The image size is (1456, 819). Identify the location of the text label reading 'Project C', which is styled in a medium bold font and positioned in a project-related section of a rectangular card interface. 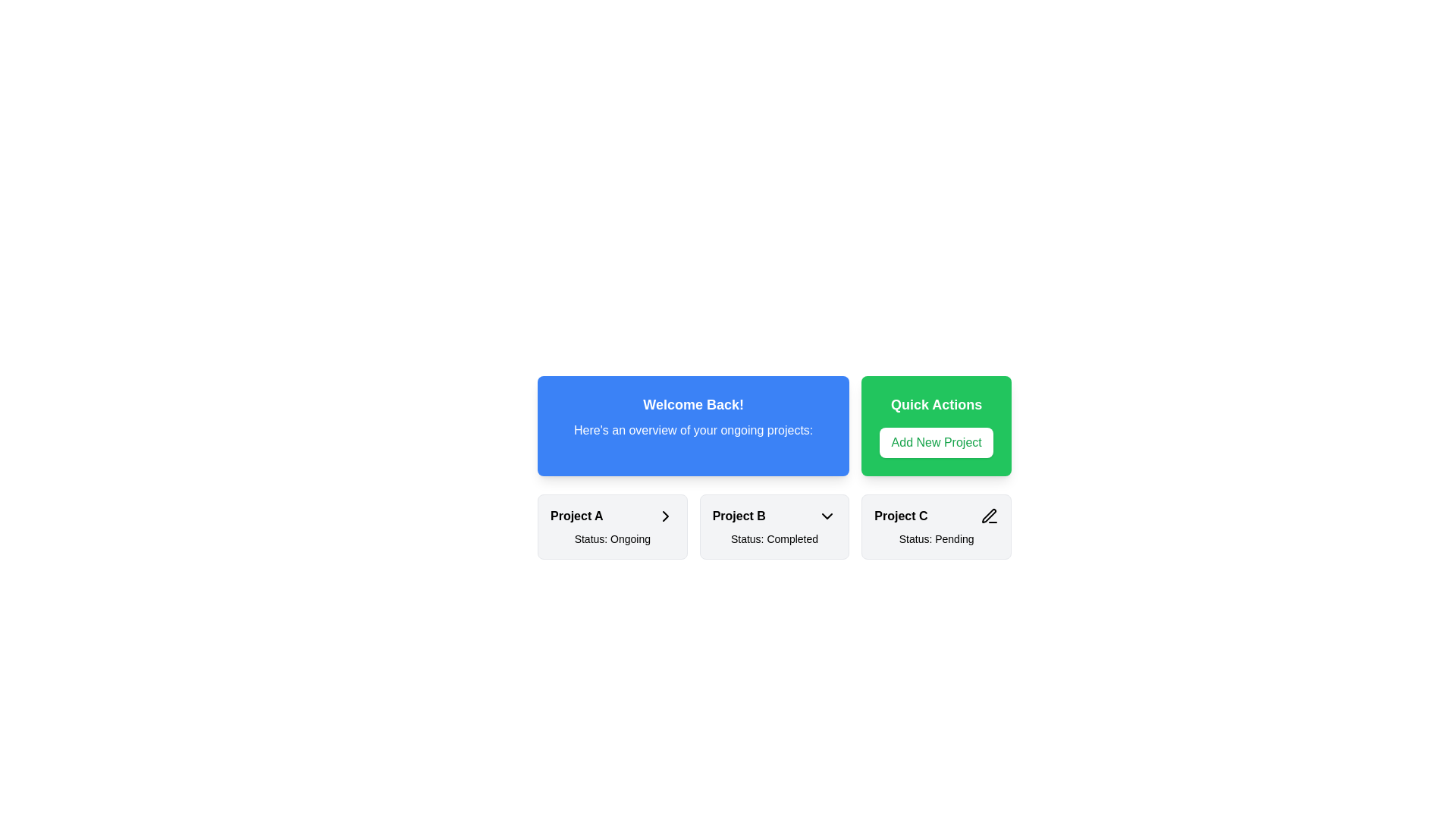
(901, 516).